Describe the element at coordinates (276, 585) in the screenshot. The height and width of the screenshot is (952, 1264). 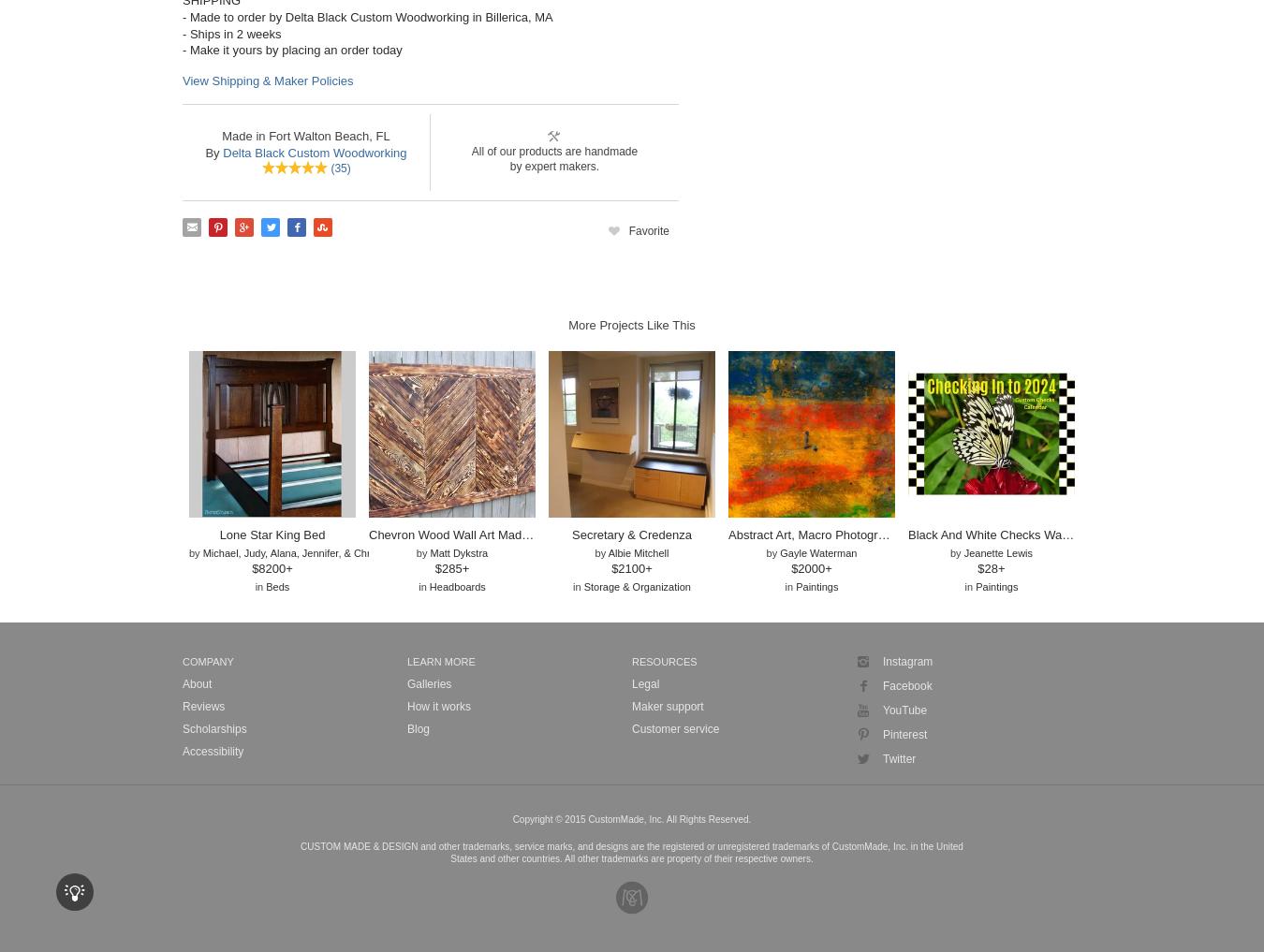
I see `'Beds'` at that location.